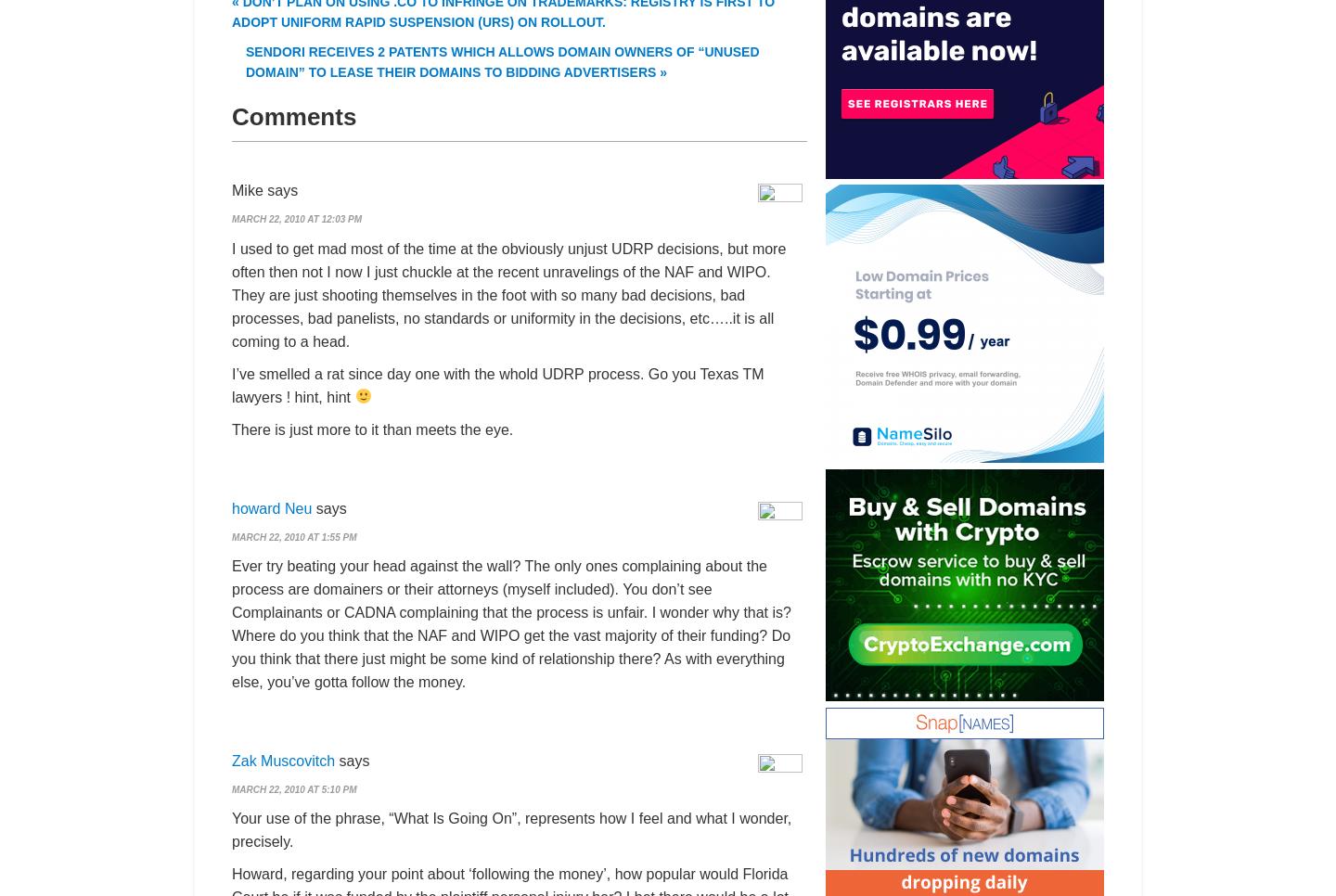 The width and height of the screenshot is (1336, 896). Describe the element at coordinates (230, 535) in the screenshot. I see `'March 22, 2010 at 1:55 pm'` at that location.